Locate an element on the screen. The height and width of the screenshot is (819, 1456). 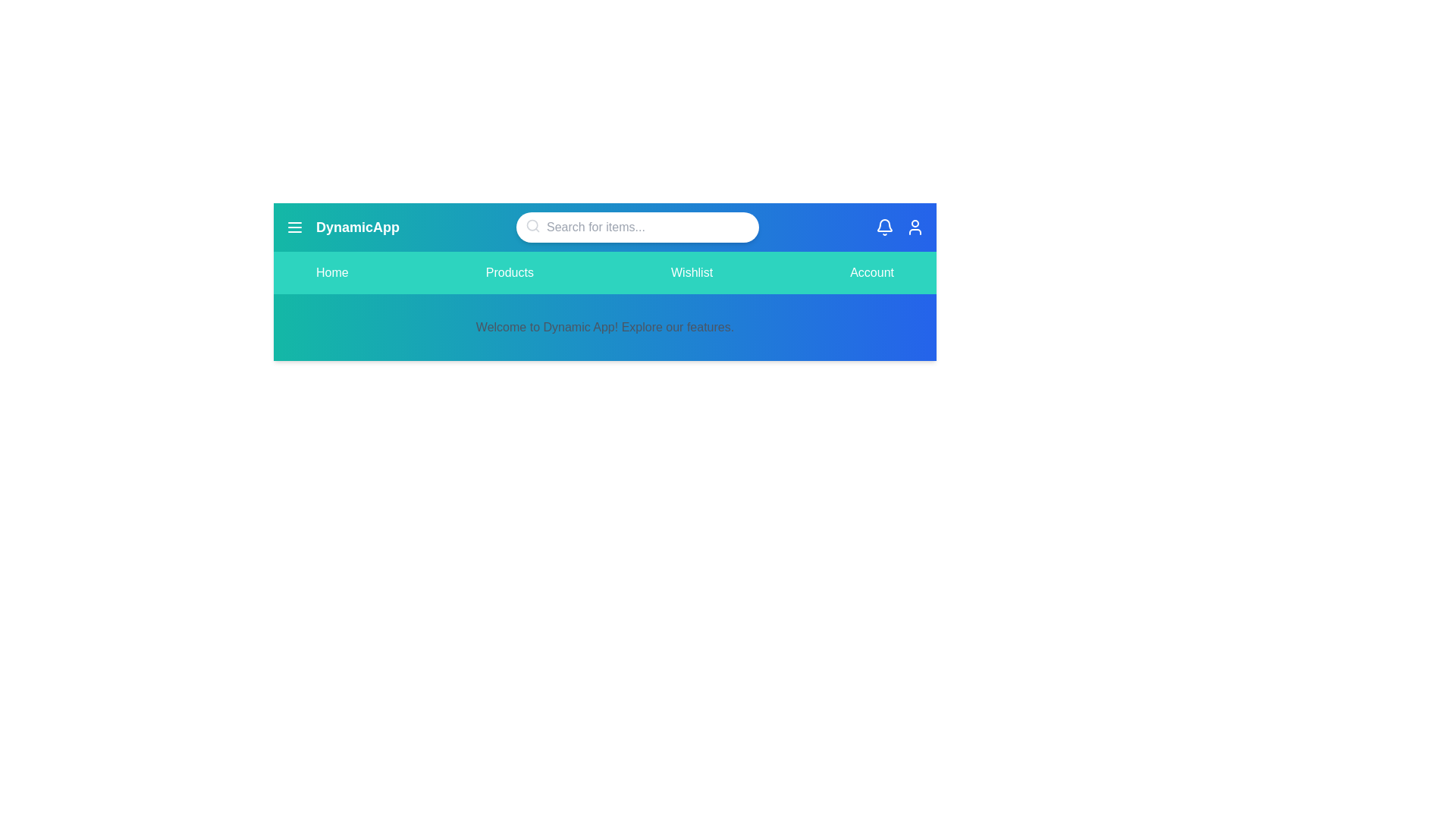
the navigation tab Wishlist to trigger interaction feedback is located at coordinates (691, 271).